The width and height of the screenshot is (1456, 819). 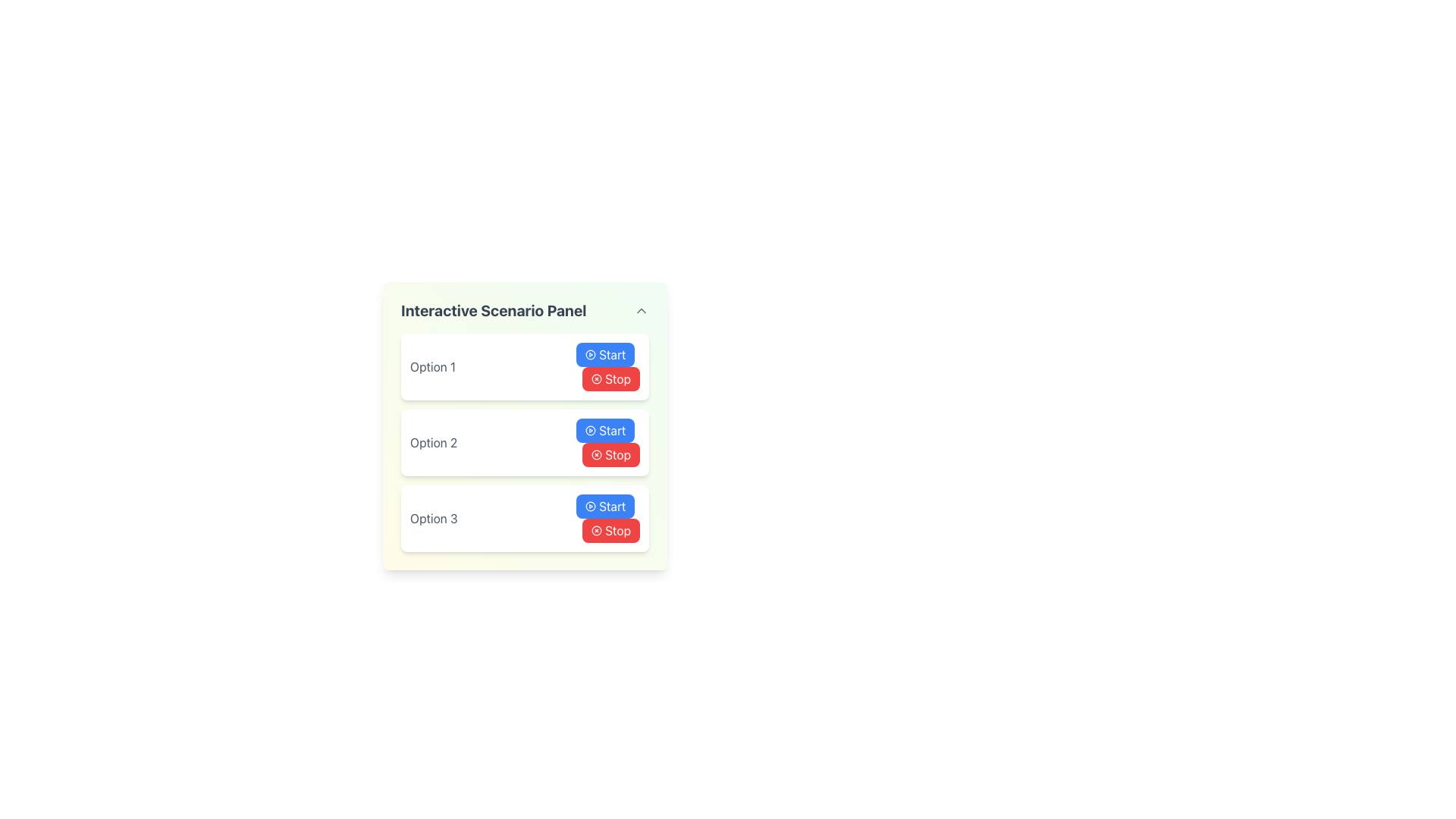 What do you see at coordinates (604, 506) in the screenshot?
I see `the 'Start' button with a blue background and white text, located in the bottom row of the 'Interactive Scenario Panel', to initiate the action` at bounding box center [604, 506].